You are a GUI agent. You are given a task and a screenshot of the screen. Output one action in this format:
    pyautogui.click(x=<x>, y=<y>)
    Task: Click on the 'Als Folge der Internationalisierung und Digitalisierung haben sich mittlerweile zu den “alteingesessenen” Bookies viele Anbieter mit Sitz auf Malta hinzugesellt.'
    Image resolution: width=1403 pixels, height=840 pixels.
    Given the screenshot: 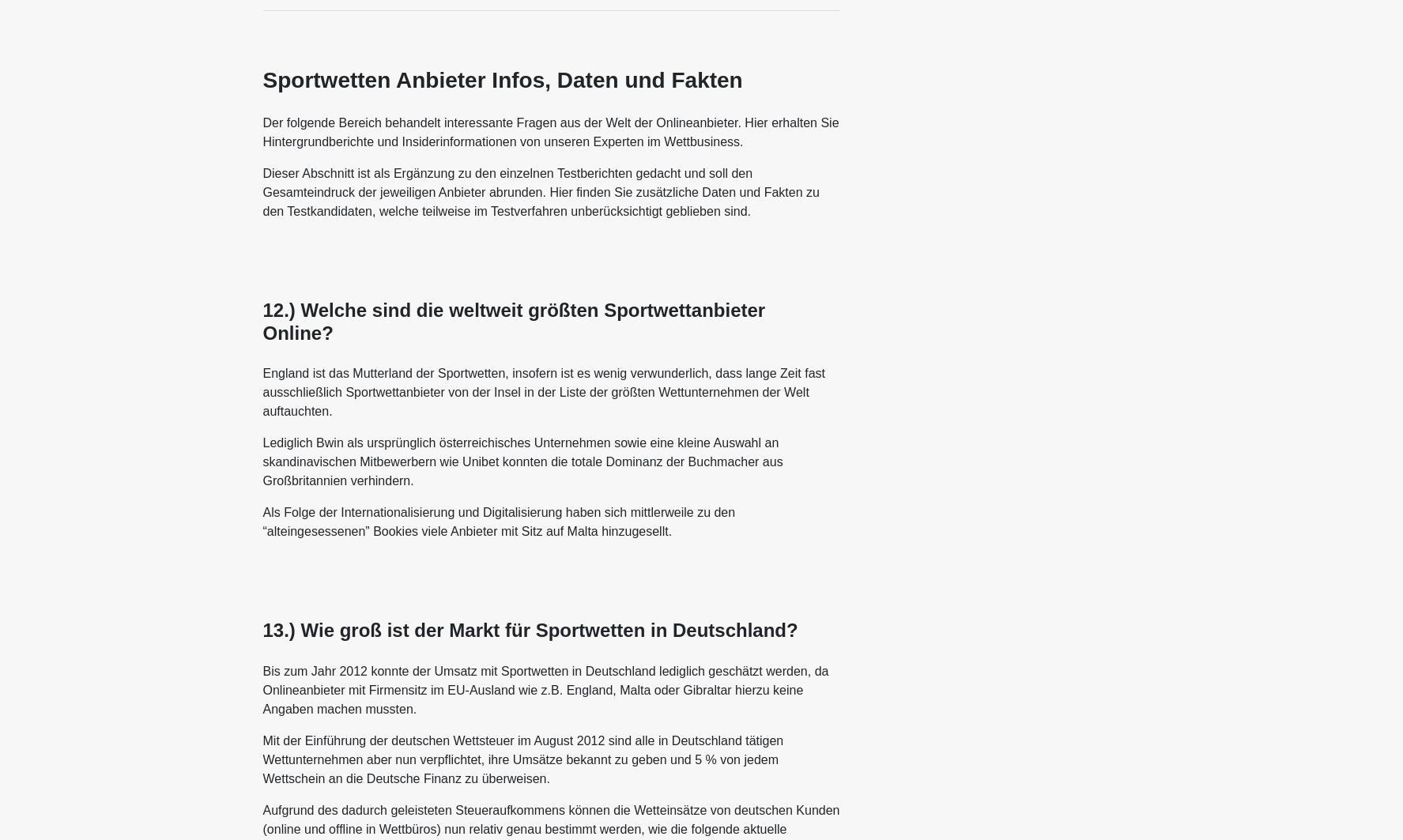 What is the action you would take?
    pyautogui.click(x=499, y=521)
    